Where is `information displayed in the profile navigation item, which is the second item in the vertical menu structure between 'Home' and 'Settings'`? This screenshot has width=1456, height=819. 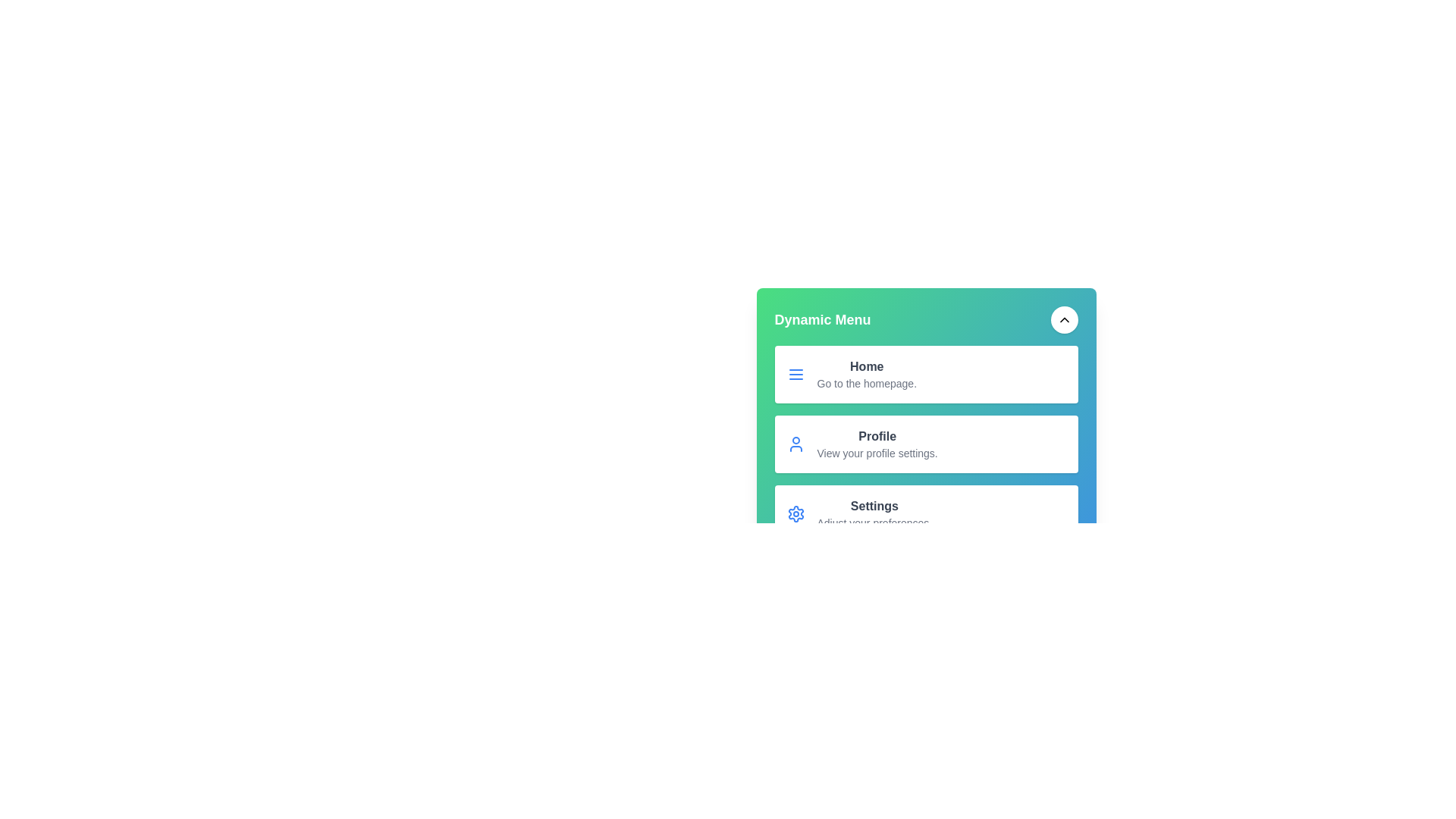
information displayed in the profile navigation item, which is the second item in the vertical menu structure between 'Home' and 'Settings' is located at coordinates (877, 444).